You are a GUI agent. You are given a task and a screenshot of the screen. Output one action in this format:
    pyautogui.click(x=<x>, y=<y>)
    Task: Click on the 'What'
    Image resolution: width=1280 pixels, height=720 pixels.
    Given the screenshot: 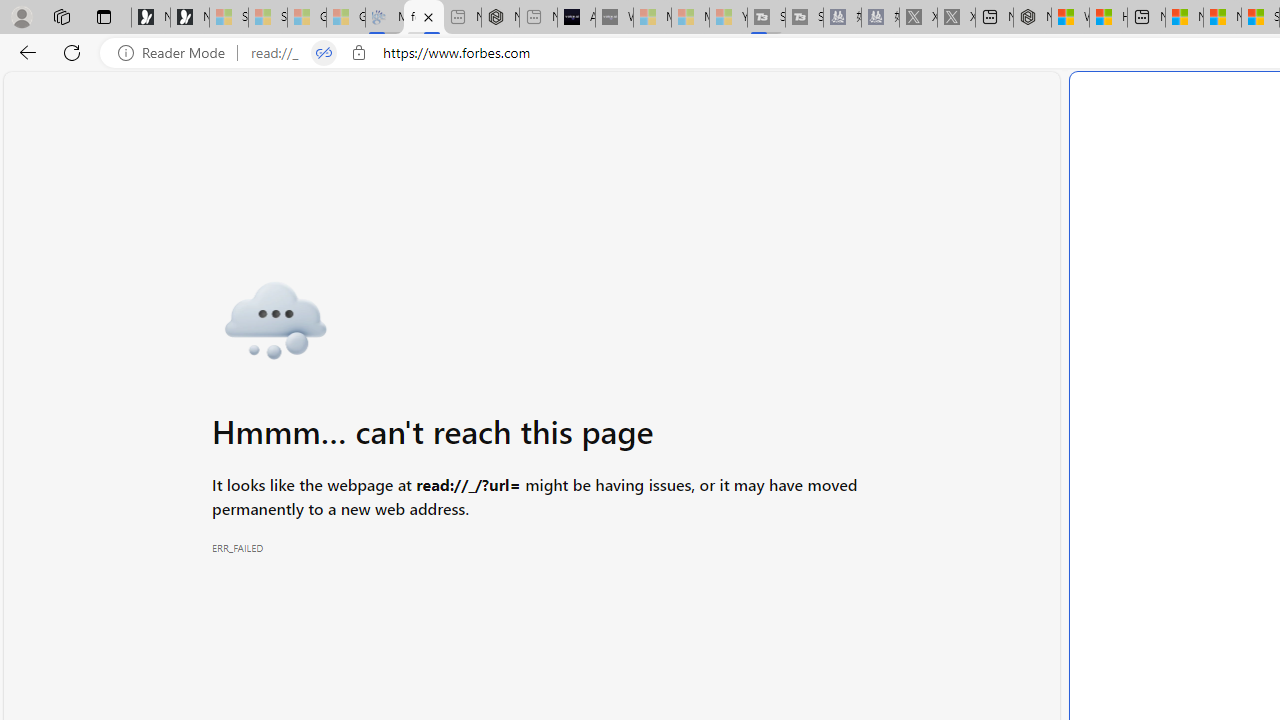 What is the action you would take?
    pyautogui.click(x=614, y=17)
    